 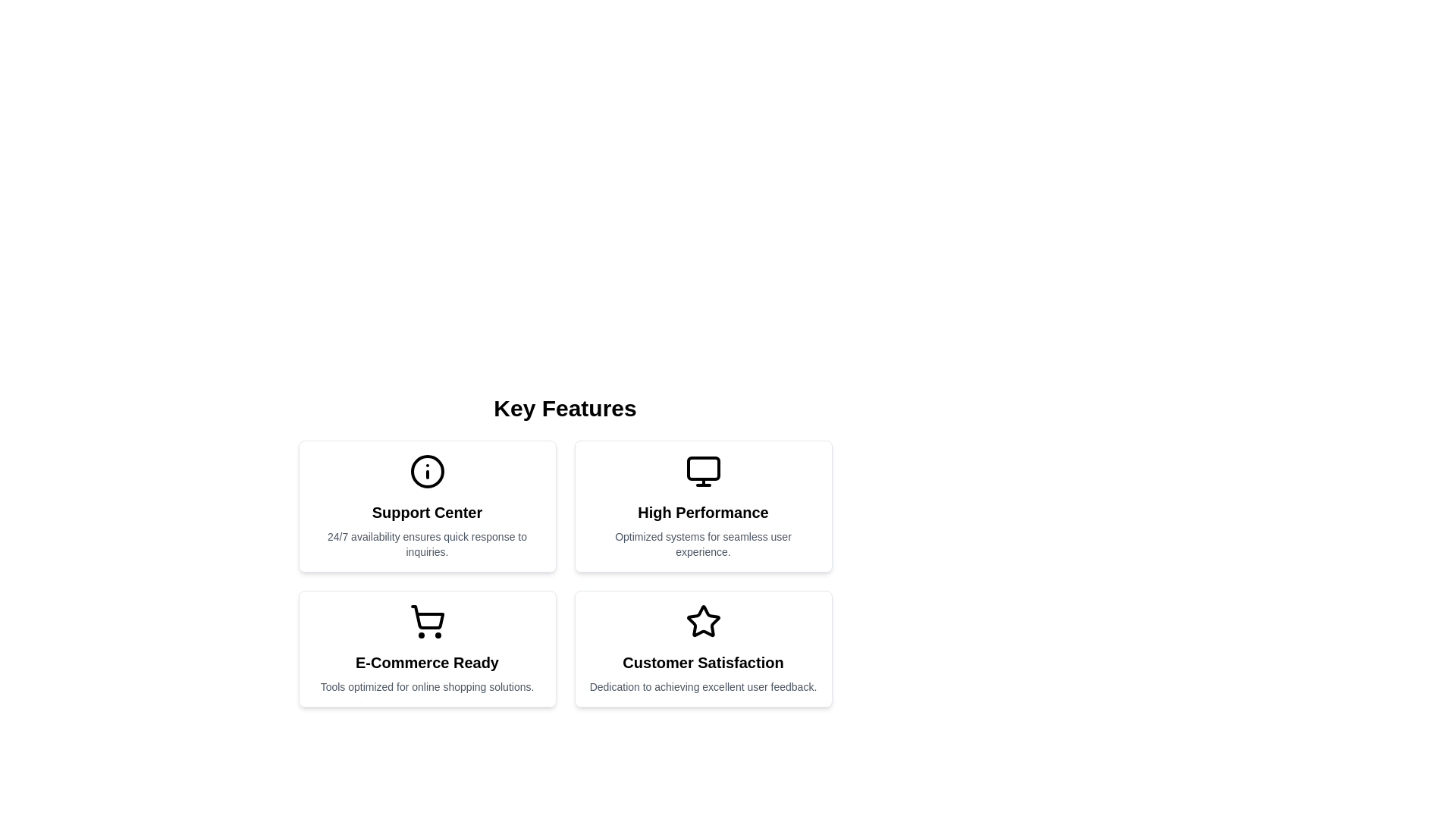 I want to click on the star icon representing 'Customer Satisfaction' located at the bottom-right of the 'Key Features' section, so click(x=702, y=621).